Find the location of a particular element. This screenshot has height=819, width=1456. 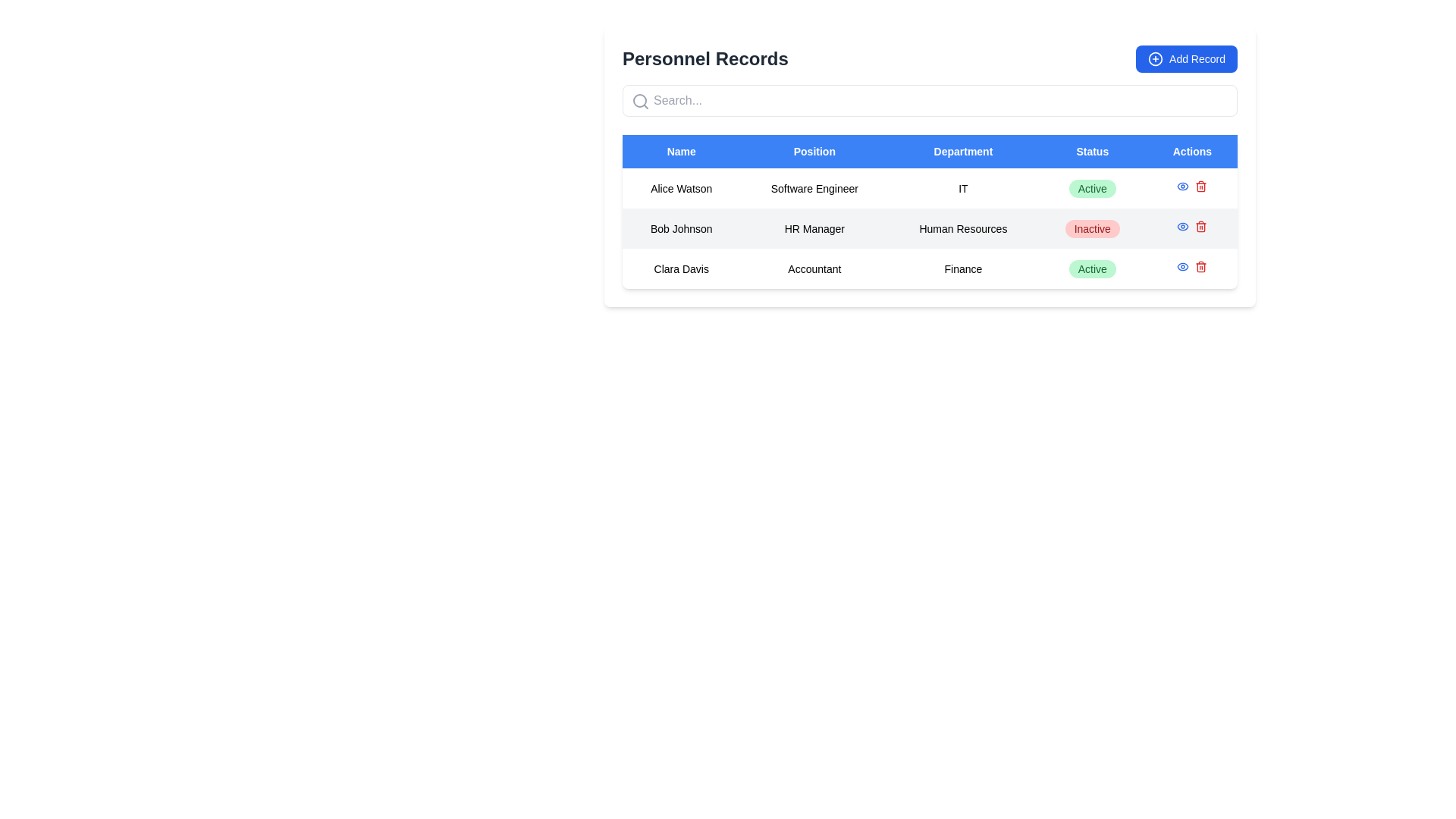

the magnifying glass icon, which is styled with a circular outline and handle, located at the left edge of the search input field is located at coordinates (640, 102).